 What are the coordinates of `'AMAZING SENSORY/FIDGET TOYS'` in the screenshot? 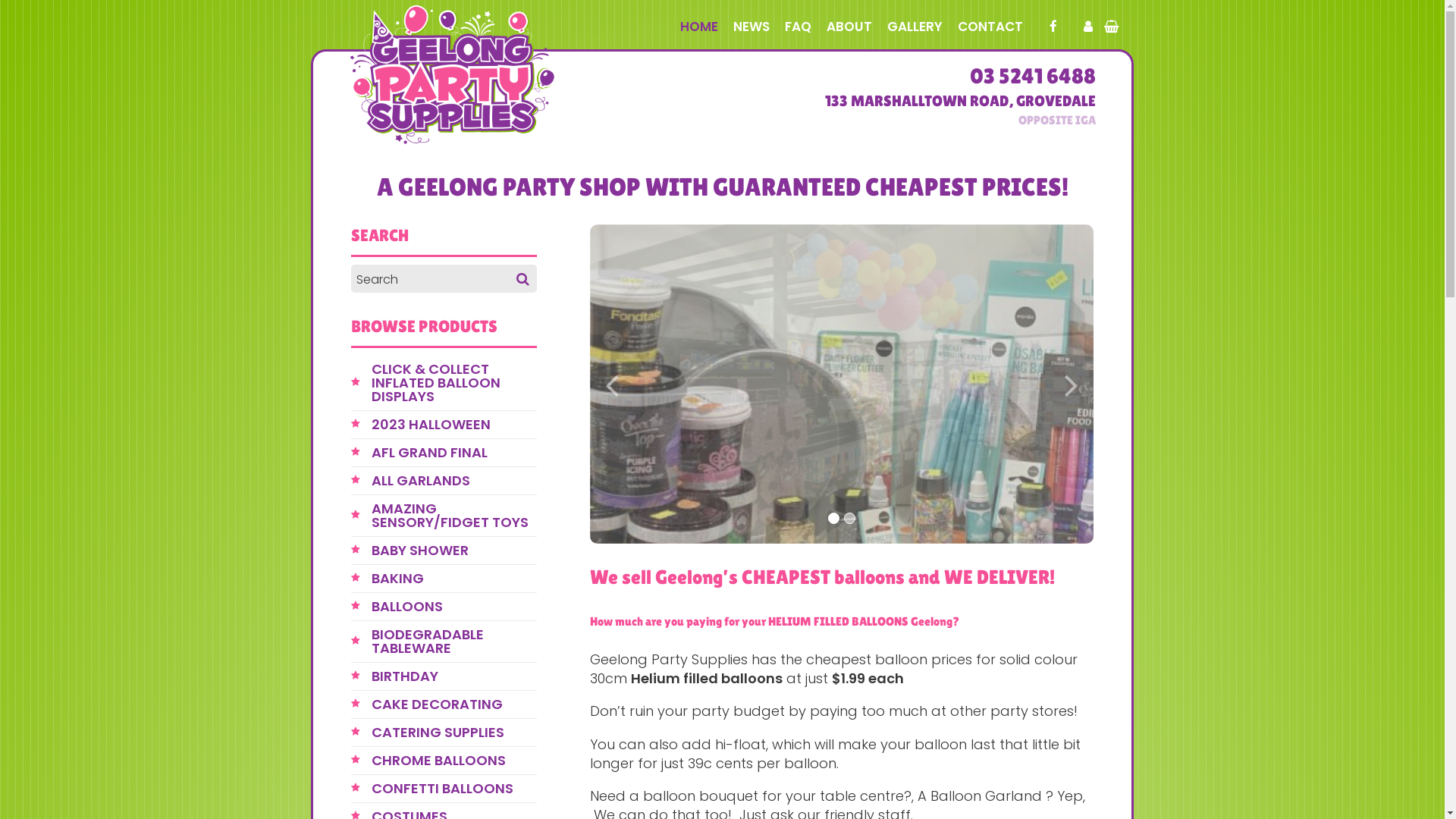 It's located at (453, 514).